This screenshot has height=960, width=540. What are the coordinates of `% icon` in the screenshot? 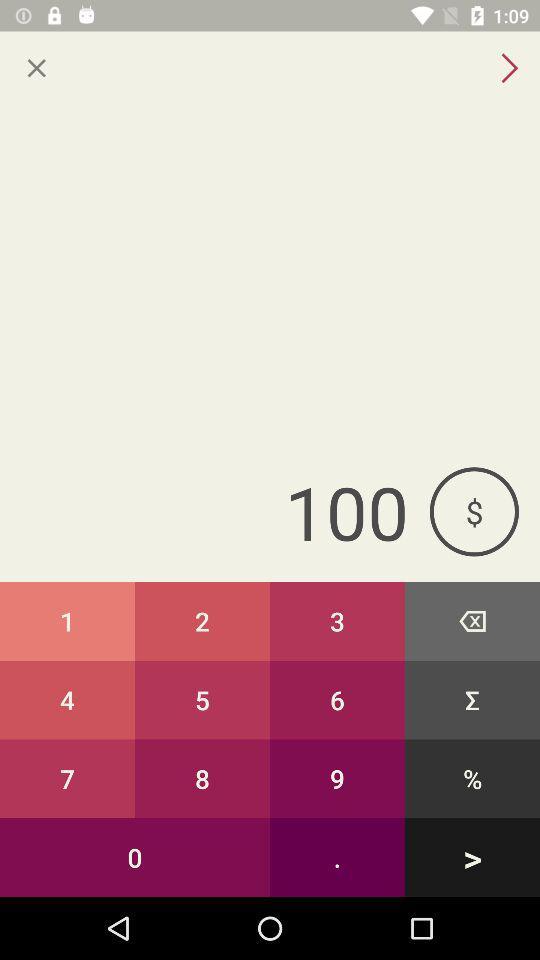 It's located at (472, 777).